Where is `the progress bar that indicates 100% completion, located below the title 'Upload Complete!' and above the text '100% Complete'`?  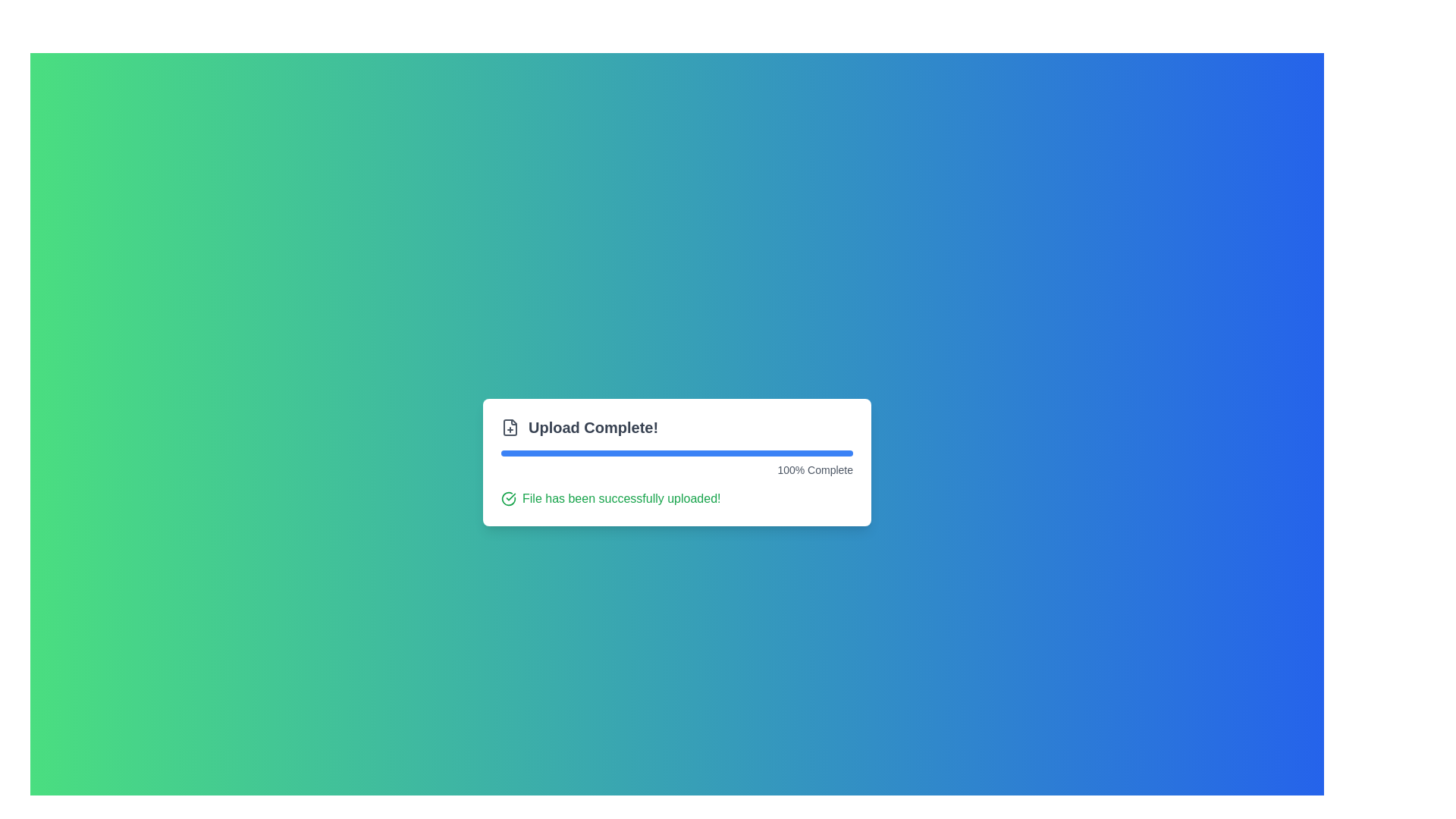 the progress bar that indicates 100% completion, located below the title 'Upload Complete!' and above the text '100% Complete' is located at coordinates (676, 452).